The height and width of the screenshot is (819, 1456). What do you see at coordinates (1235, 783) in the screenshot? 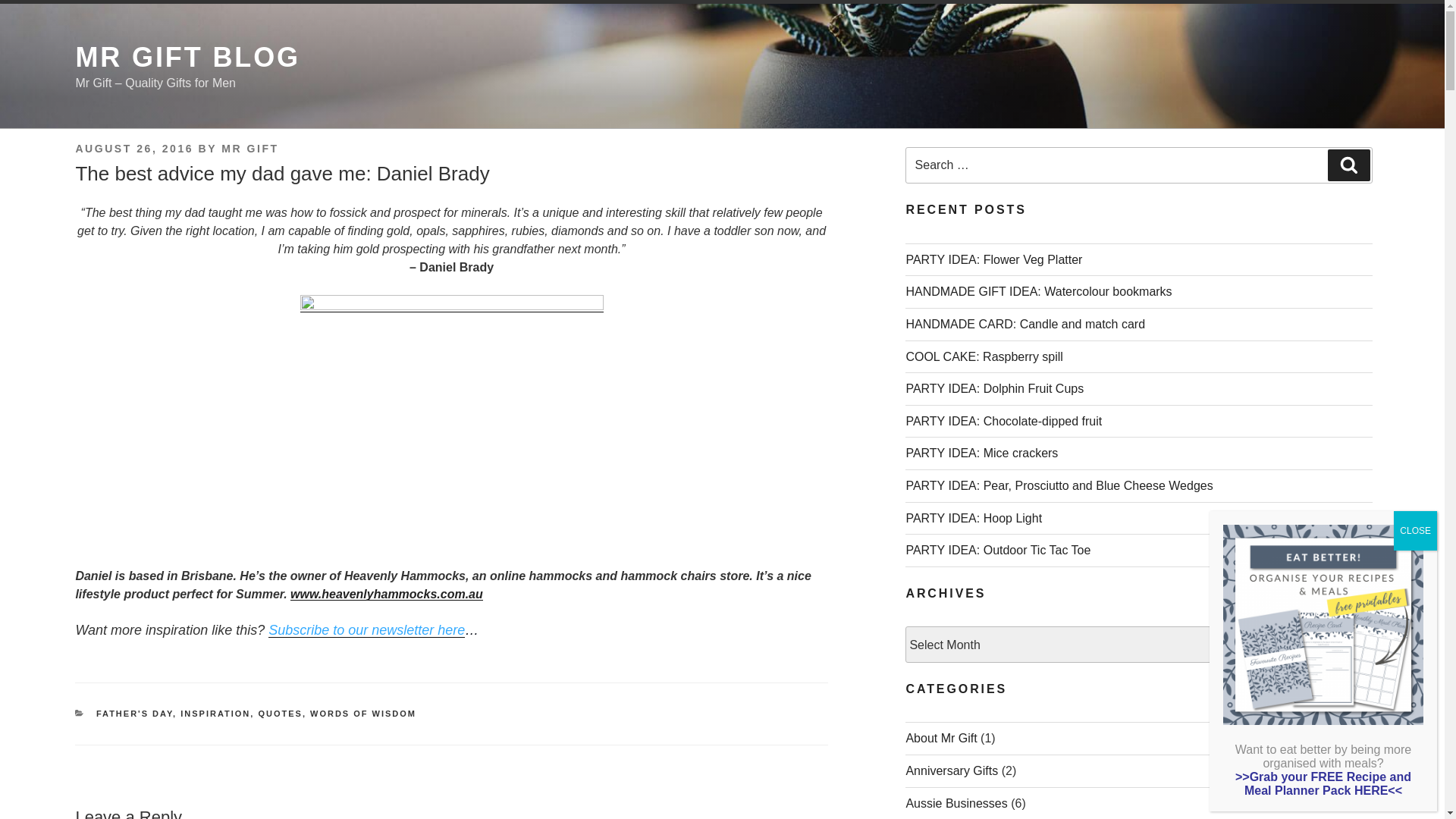
I see `'>>Grab your FREE Recipe and Meal Planner Pack HERE<<'` at bounding box center [1235, 783].